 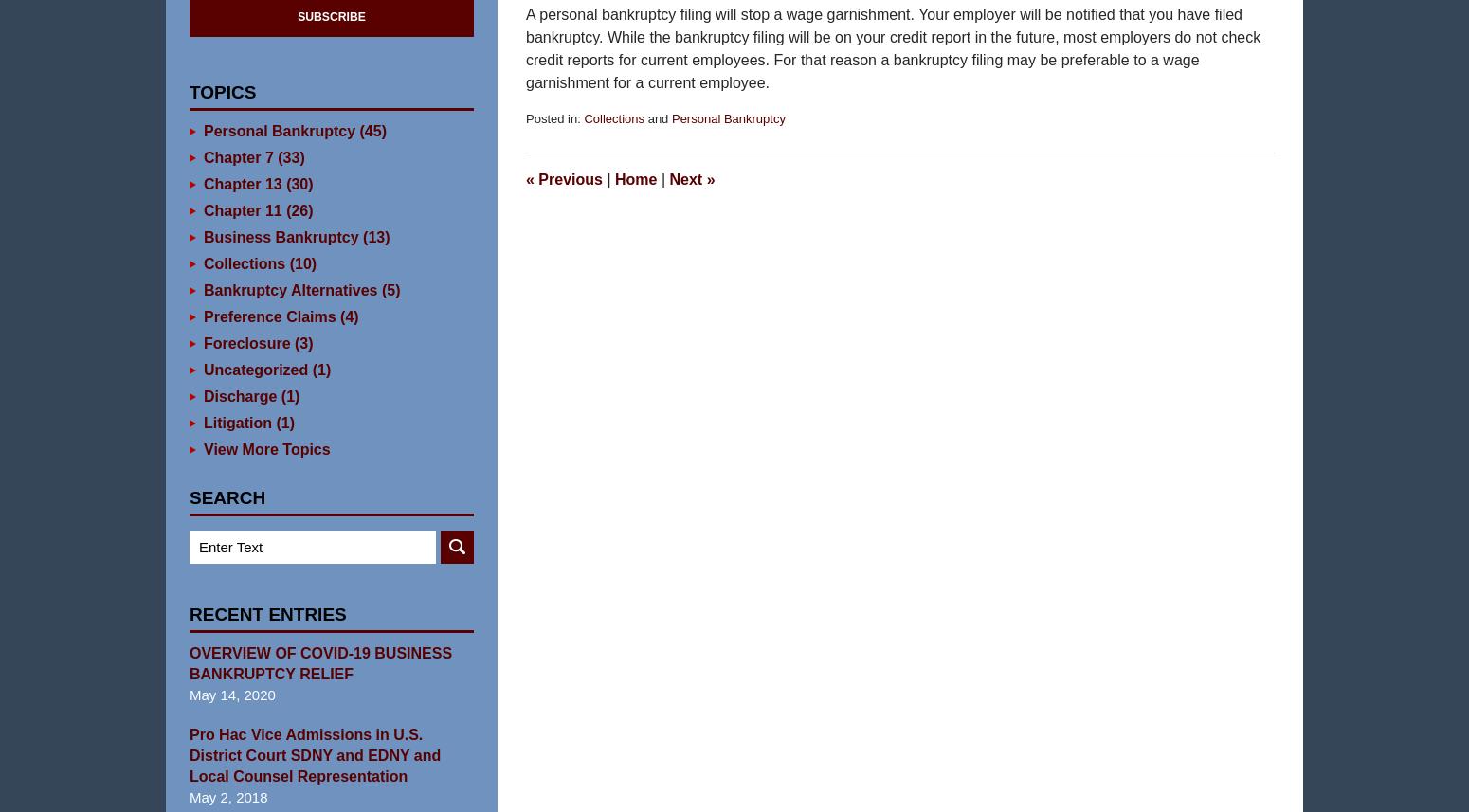 What do you see at coordinates (242, 212) in the screenshot?
I see `'Chapter 13'` at bounding box center [242, 212].